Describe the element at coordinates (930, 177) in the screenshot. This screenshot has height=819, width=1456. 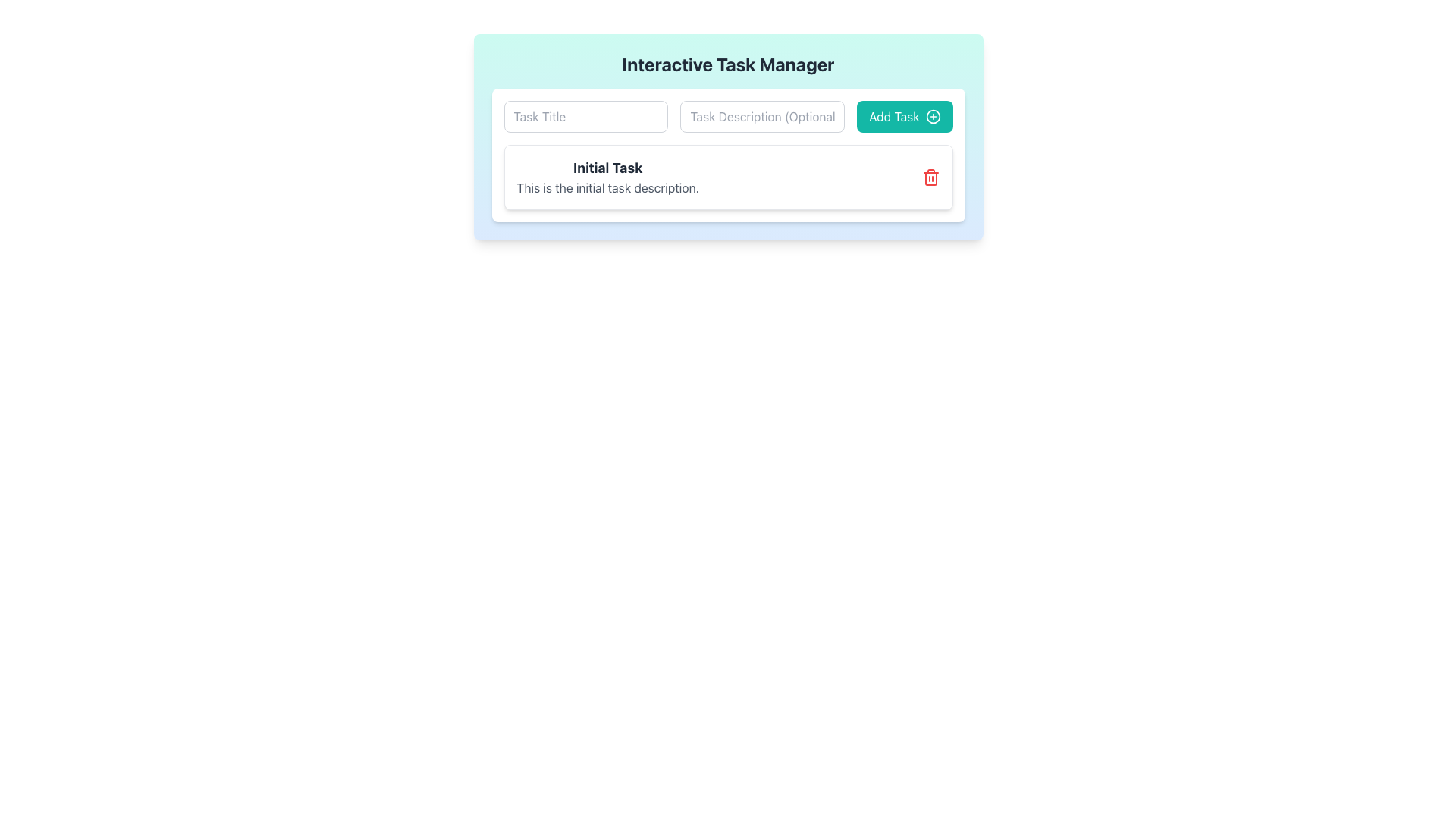
I see `the delete icon button located at the far right endpoint of the task card titled 'Initial Task', which is aligned vertically with the task information` at that location.